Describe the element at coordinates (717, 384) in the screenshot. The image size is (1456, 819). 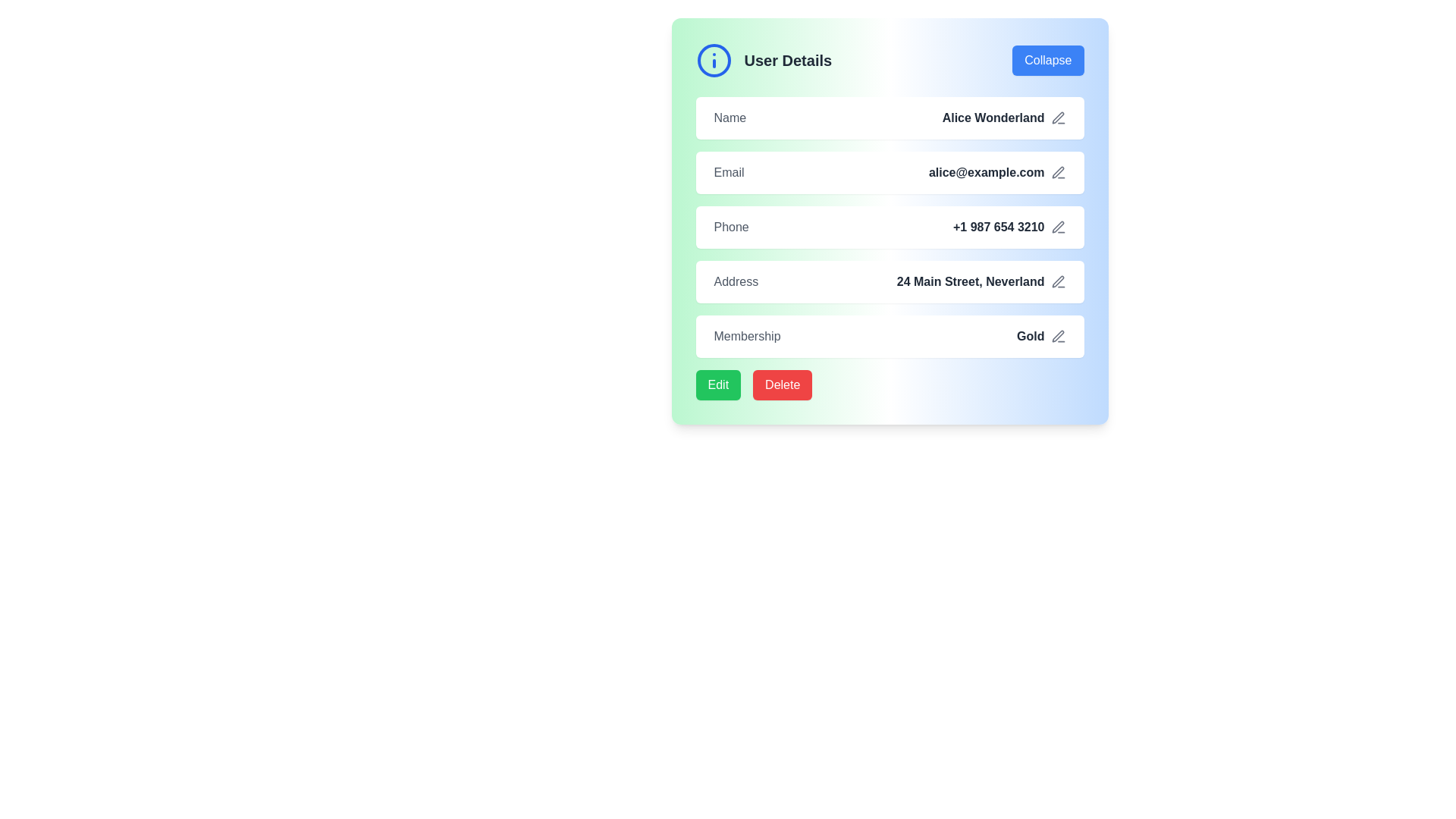
I see `the green 'Edit' button with white text located at the bottom-left of the user details panel to change its background color` at that location.